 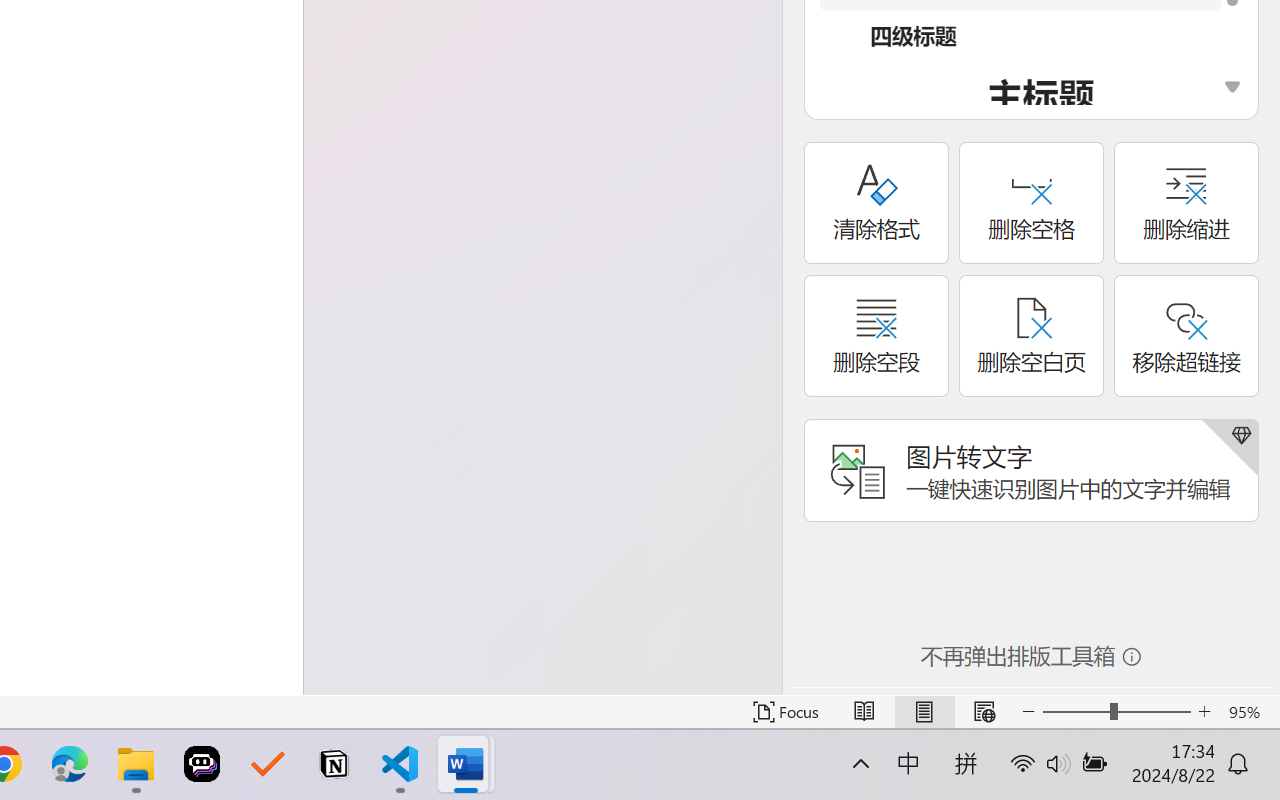 What do you see at coordinates (1248, 711) in the screenshot?
I see `'Zoom 95%'` at bounding box center [1248, 711].